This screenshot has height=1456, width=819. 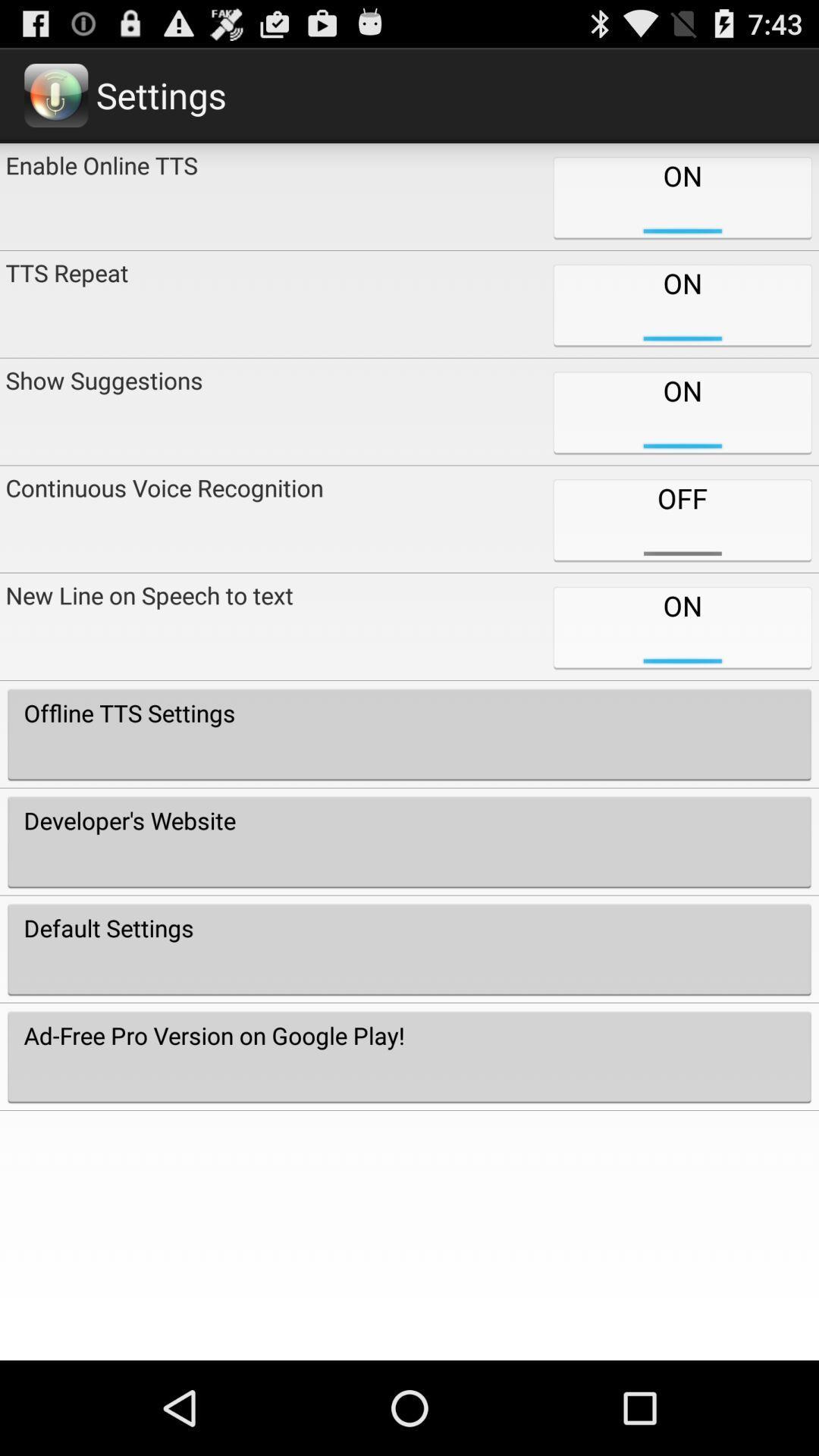 I want to click on off, so click(x=681, y=519).